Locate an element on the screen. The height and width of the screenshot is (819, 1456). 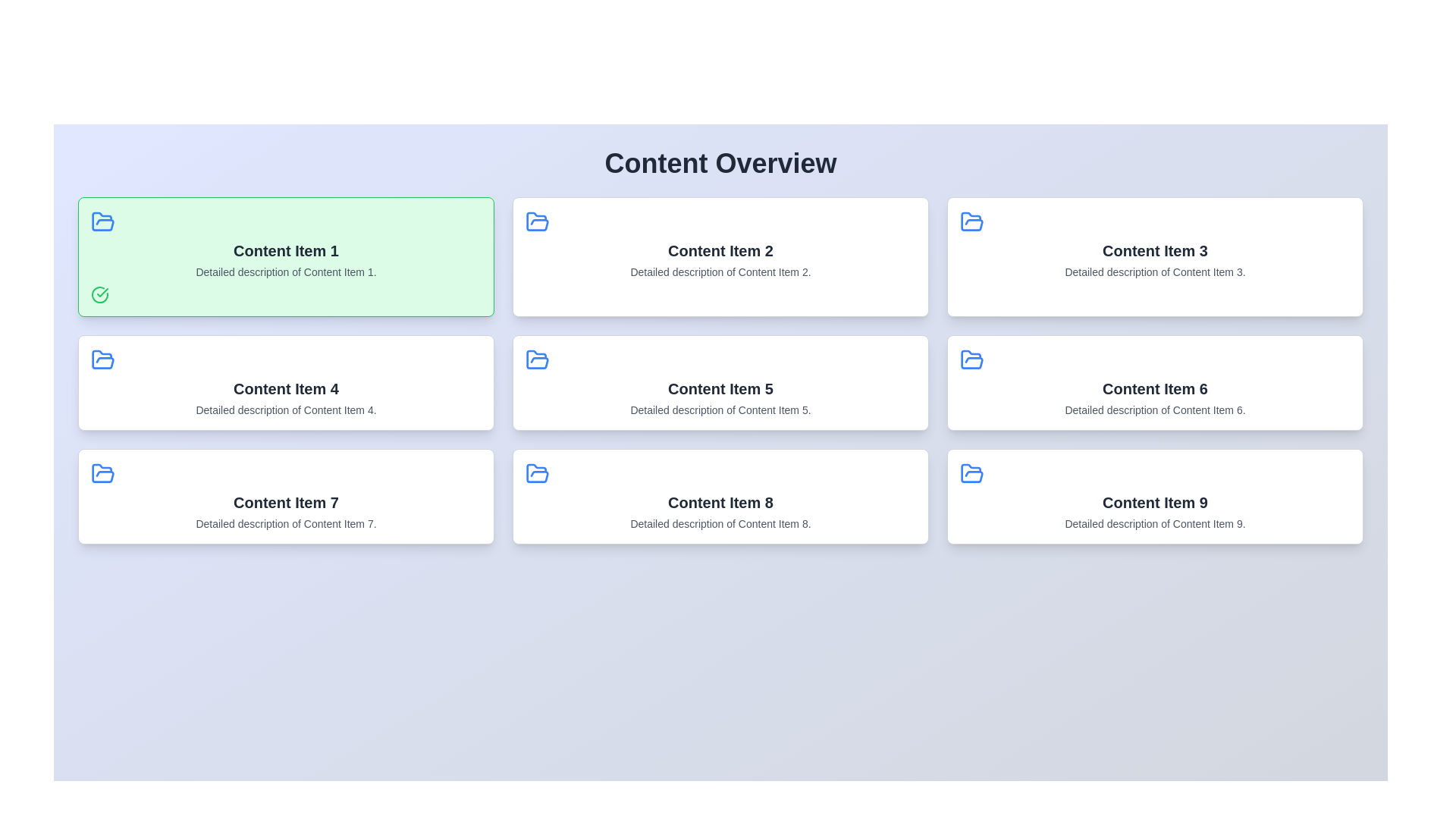
the green circle icon with a white checkmark located at the bottom left corner of the 'Content Item 1' card is located at coordinates (99, 295).